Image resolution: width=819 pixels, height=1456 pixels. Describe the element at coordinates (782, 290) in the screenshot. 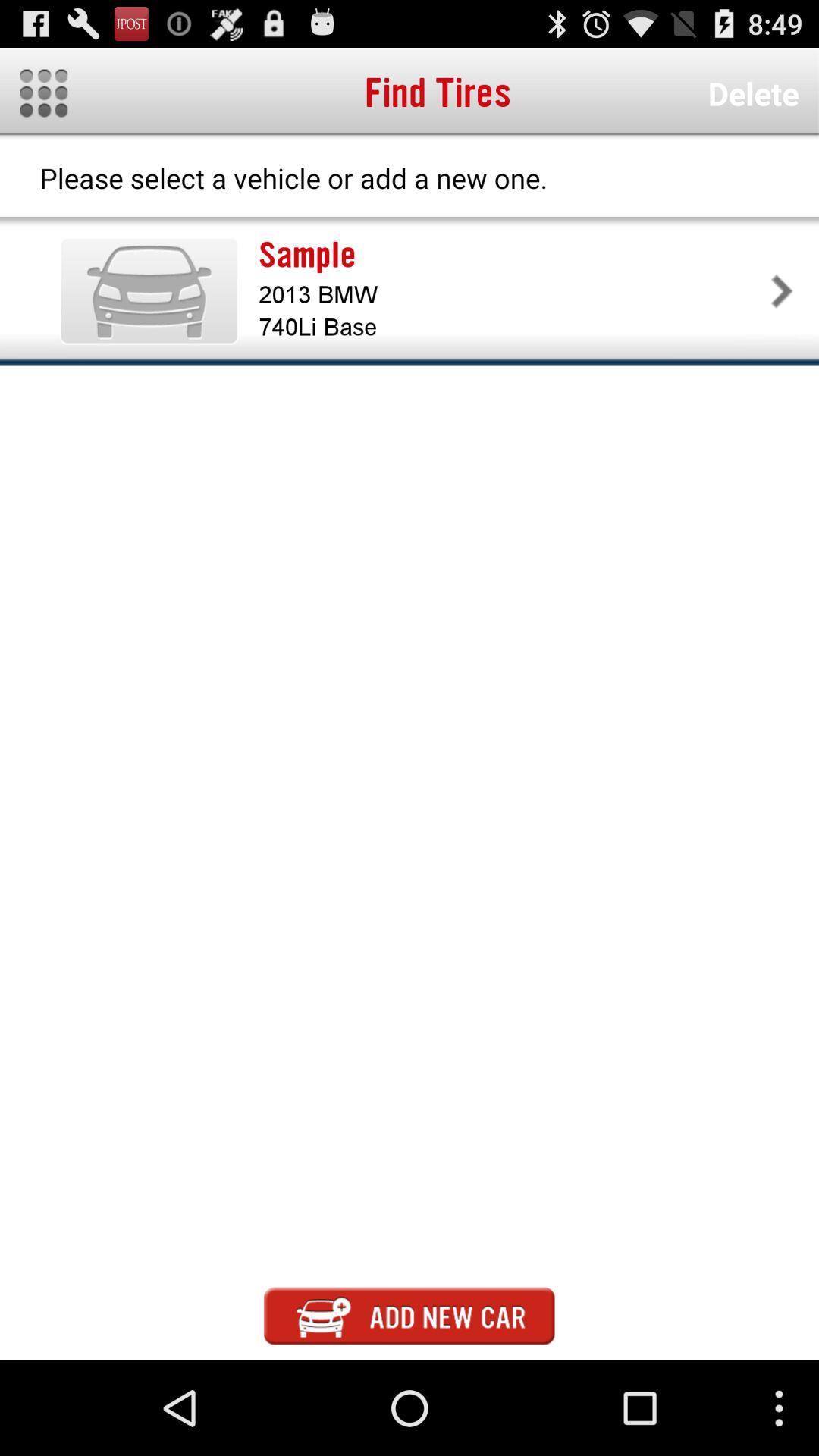

I see `app to the right of the sample icon` at that location.